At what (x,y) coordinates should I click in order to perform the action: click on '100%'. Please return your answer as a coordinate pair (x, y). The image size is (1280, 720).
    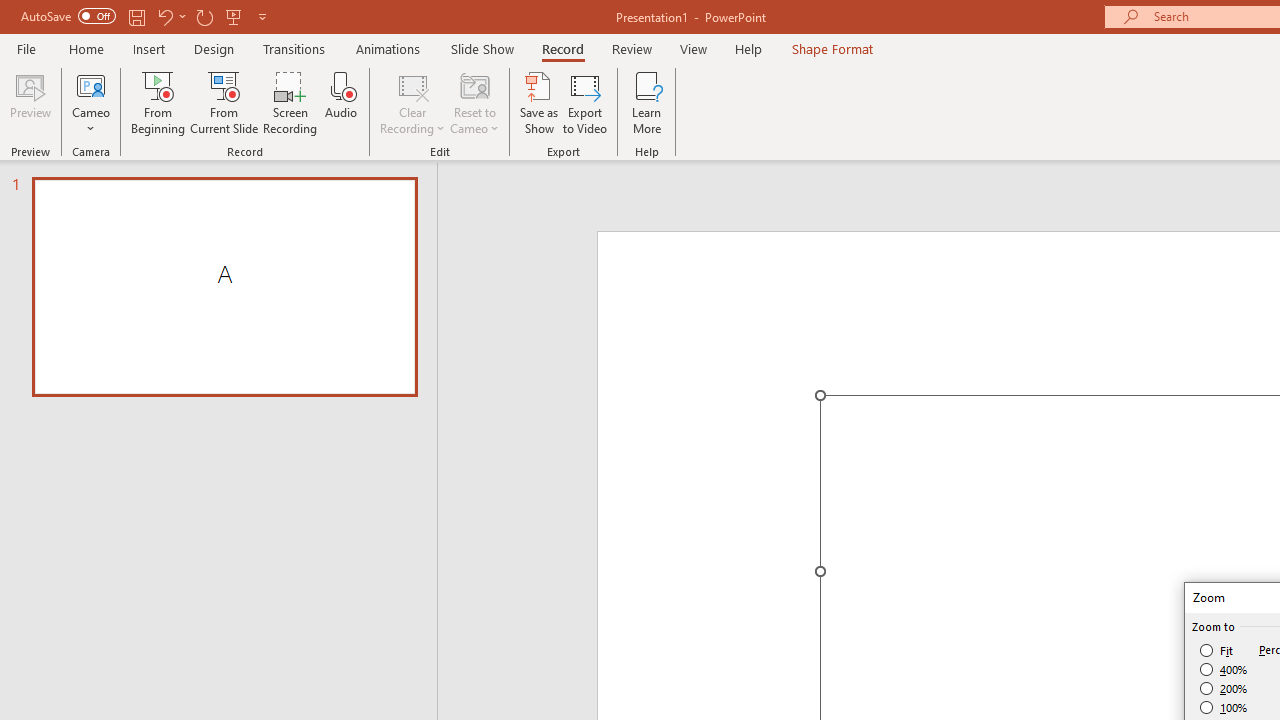
    Looking at the image, I should click on (1223, 706).